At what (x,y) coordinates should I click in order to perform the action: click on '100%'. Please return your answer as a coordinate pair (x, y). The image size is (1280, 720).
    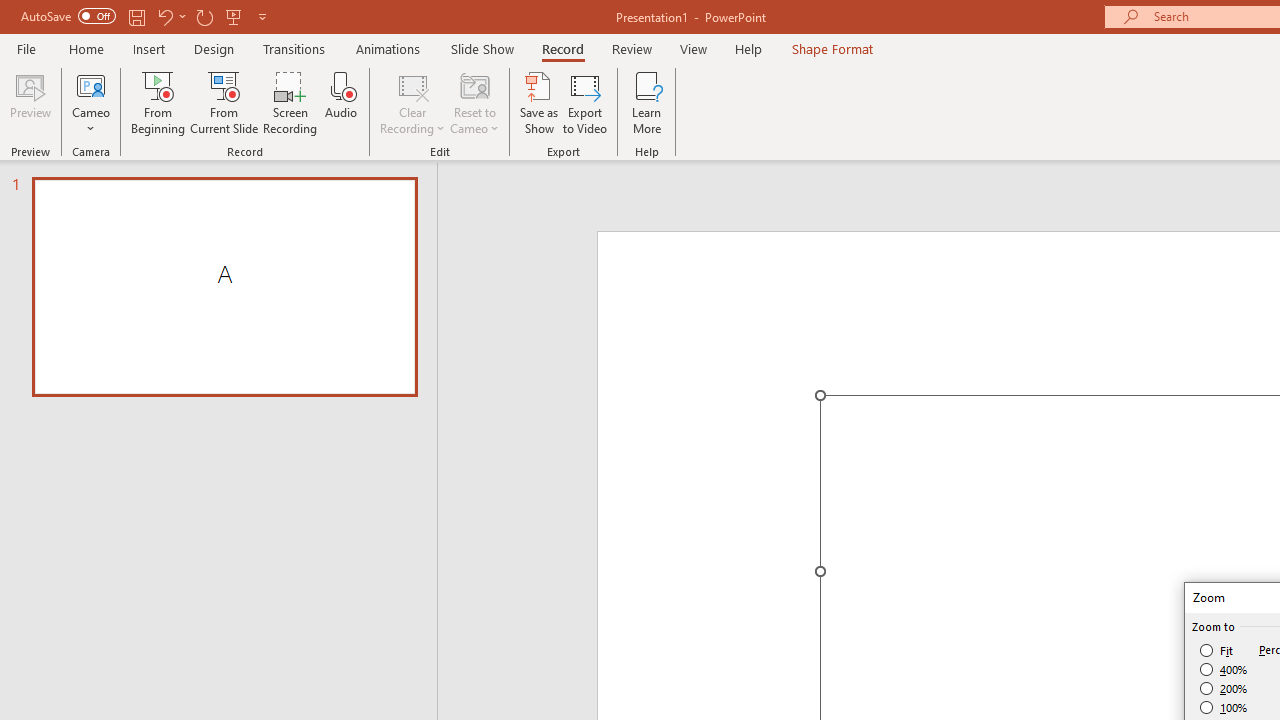
    Looking at the image, I should click on (1223, 706).